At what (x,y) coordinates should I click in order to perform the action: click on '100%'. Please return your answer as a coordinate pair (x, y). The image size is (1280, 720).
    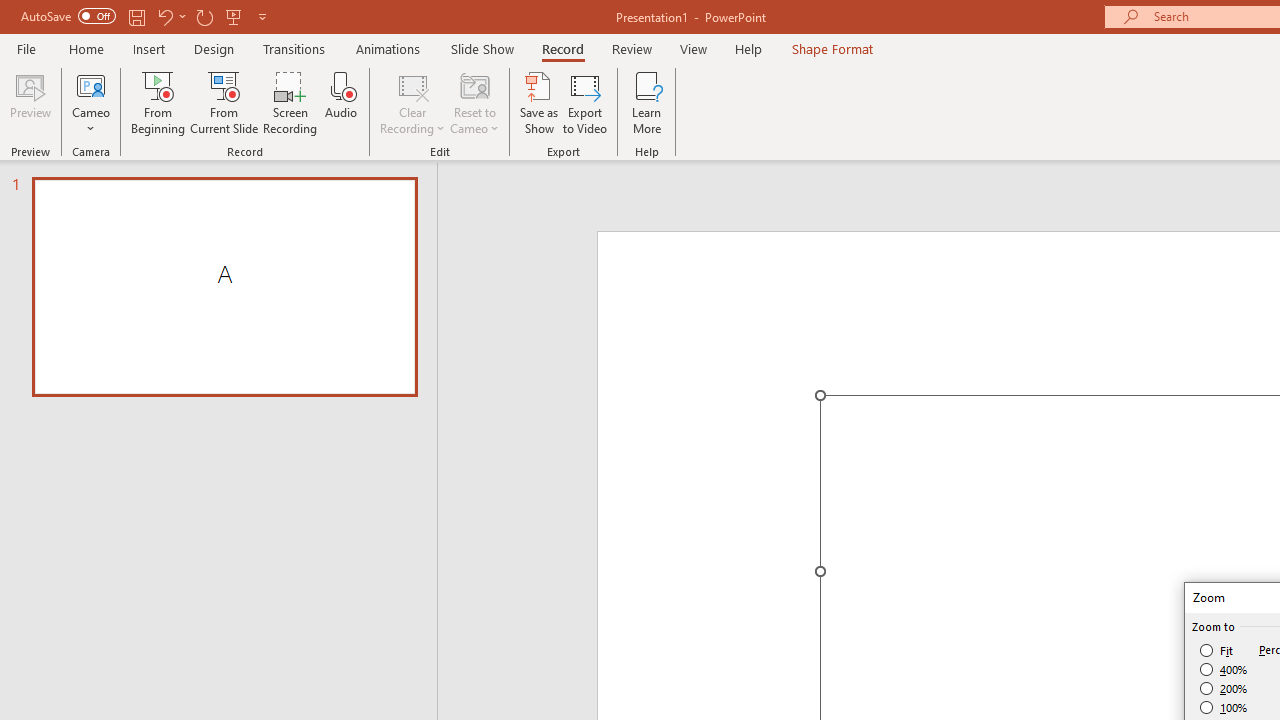
    Looking at the image, I should click on (1223, 706).